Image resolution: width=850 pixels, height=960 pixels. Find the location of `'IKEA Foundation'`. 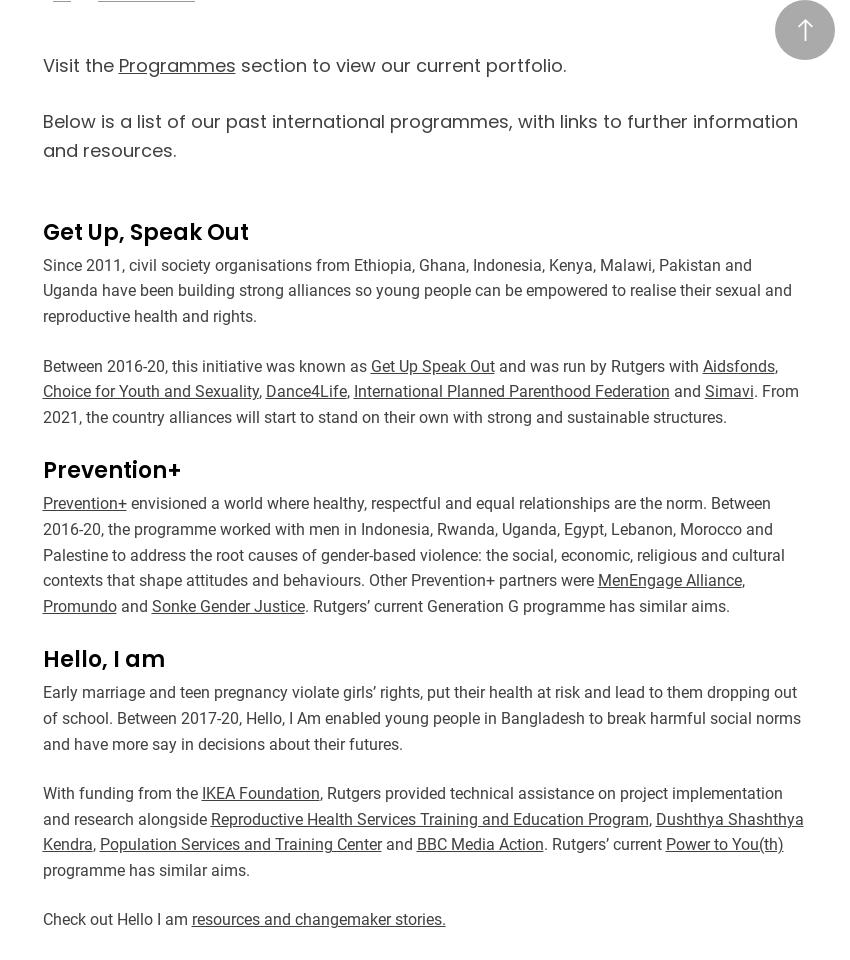

'IKEA Foundation' is located at coordinates (259, 793).